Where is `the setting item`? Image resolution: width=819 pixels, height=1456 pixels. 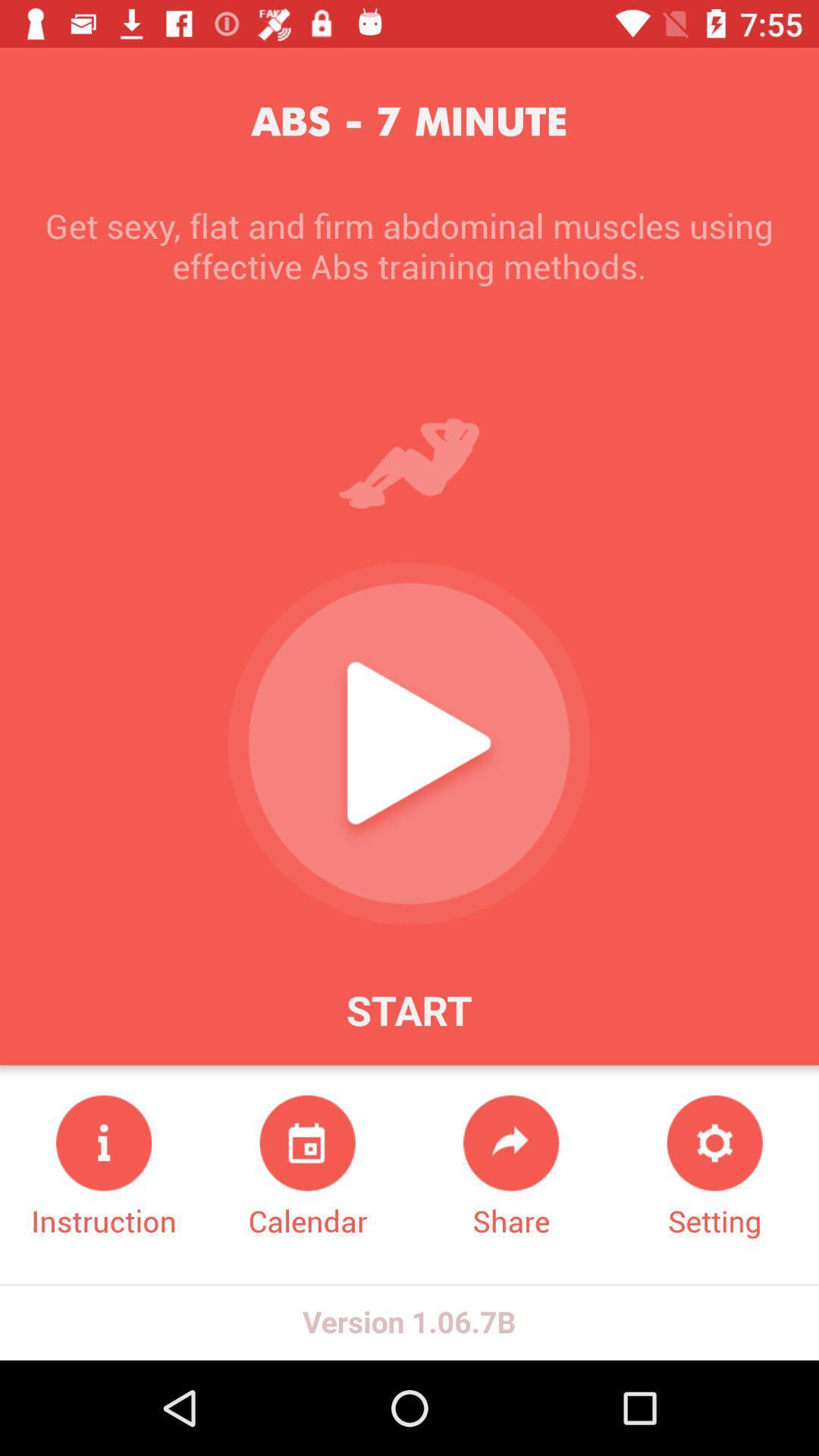
the setting item is located at coordinates (714, 1167).